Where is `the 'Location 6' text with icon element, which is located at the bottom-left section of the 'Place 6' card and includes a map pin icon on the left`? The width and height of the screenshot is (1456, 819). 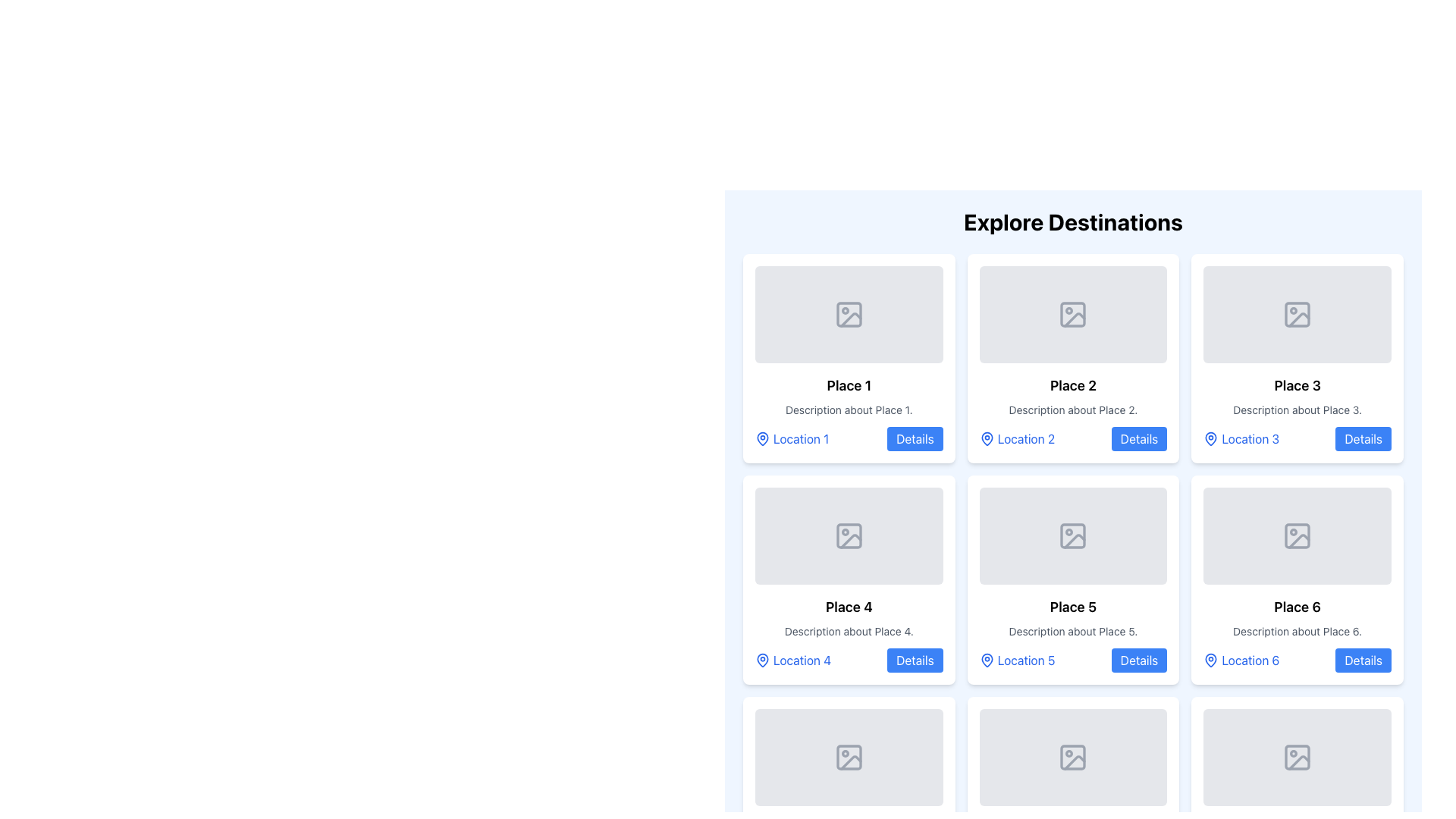
the 'Location 6' text with icon element, which is located at the bottom-left section of the 'Place 6' card and includes a map pin icon on the left is located at coordinates (1241, 660).